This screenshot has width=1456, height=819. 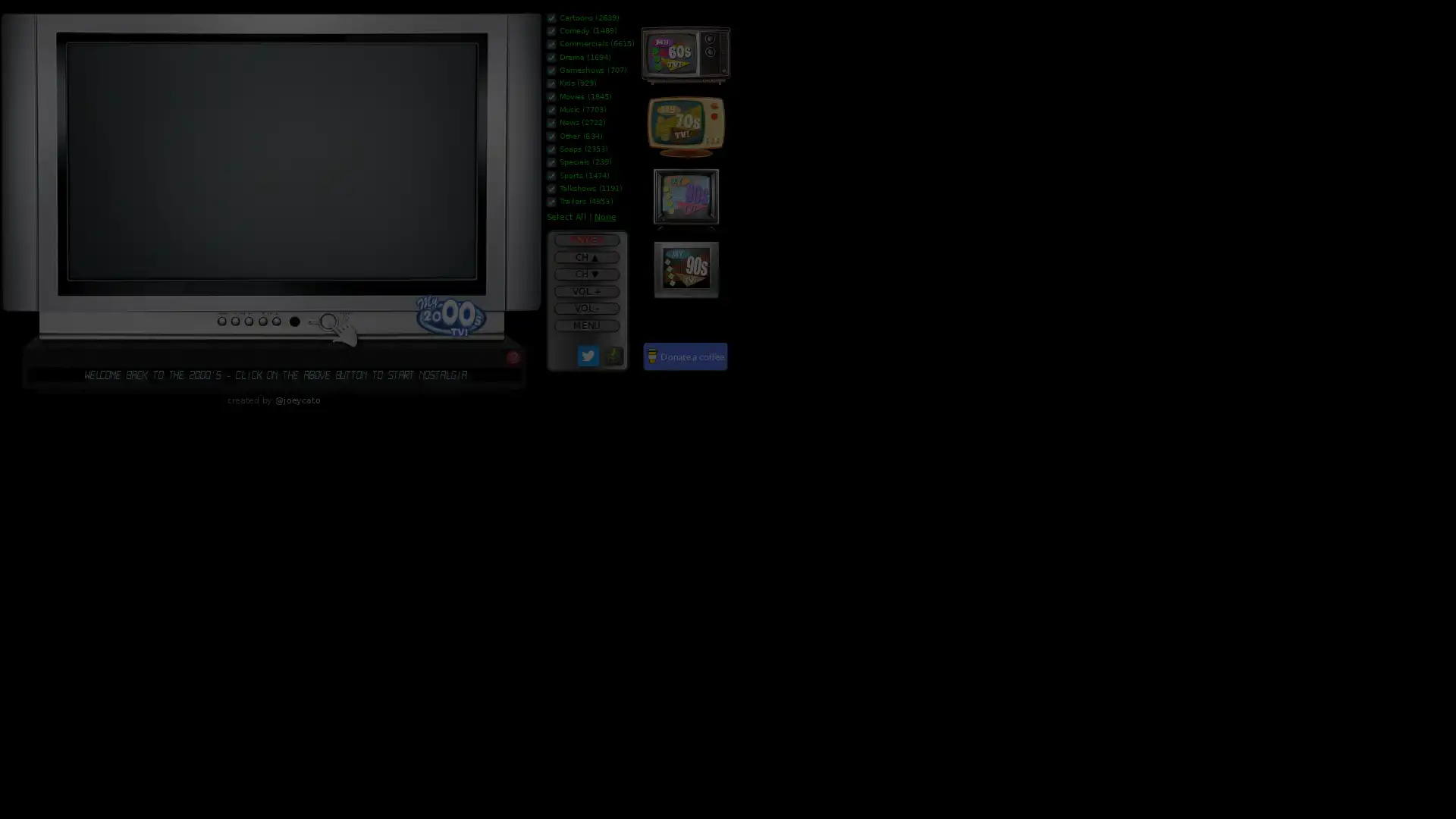 What do you see at coordinates (585, 291) in the screenshot?
I see `VOL +` at bounding box center [585, 291].